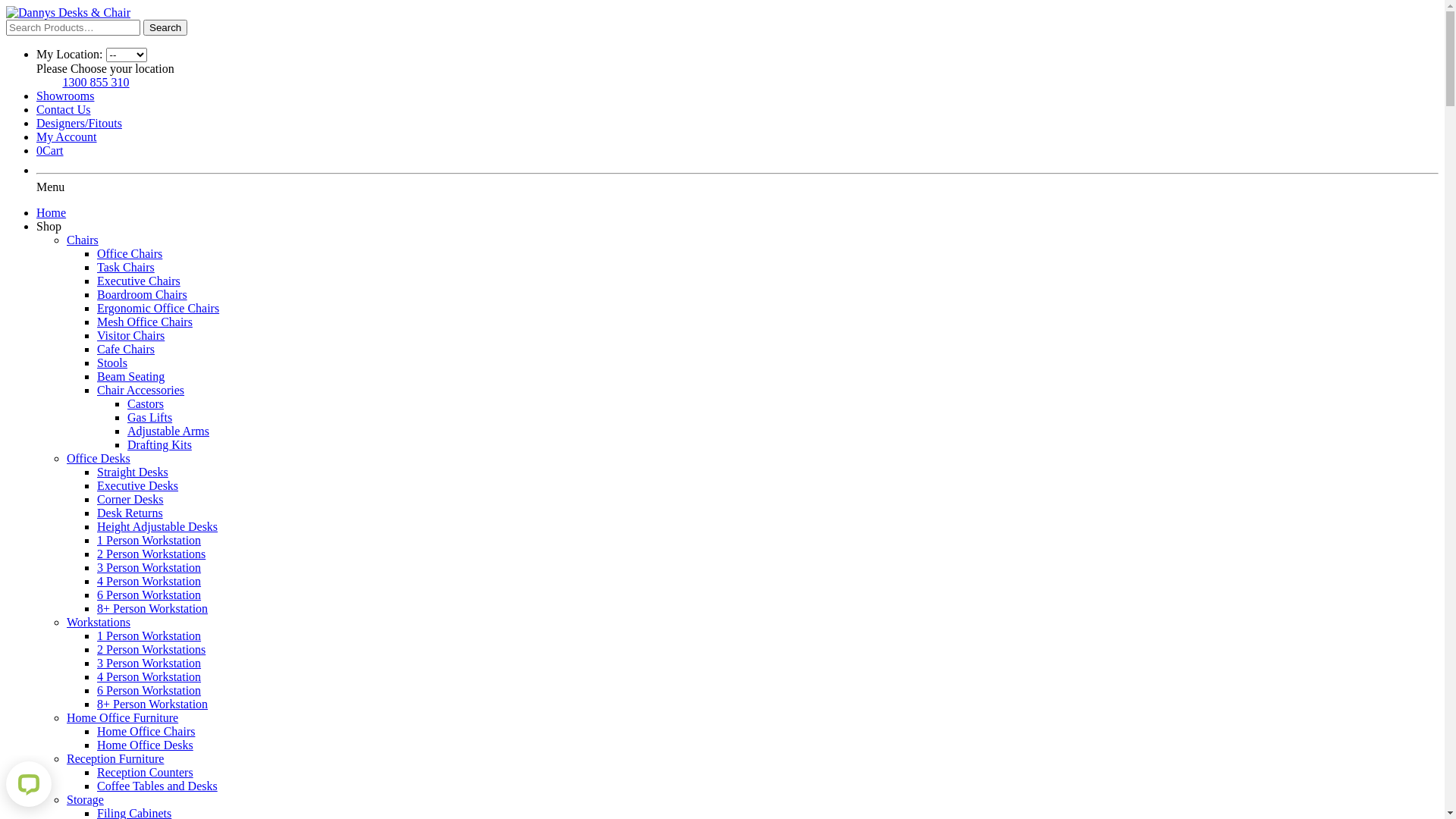 This screenshot has width=1456, height=819. What do you see at coordinates (96, 744) in the screenshot?
I see `'Home Office Desks'` at bounding box center [96, 744].